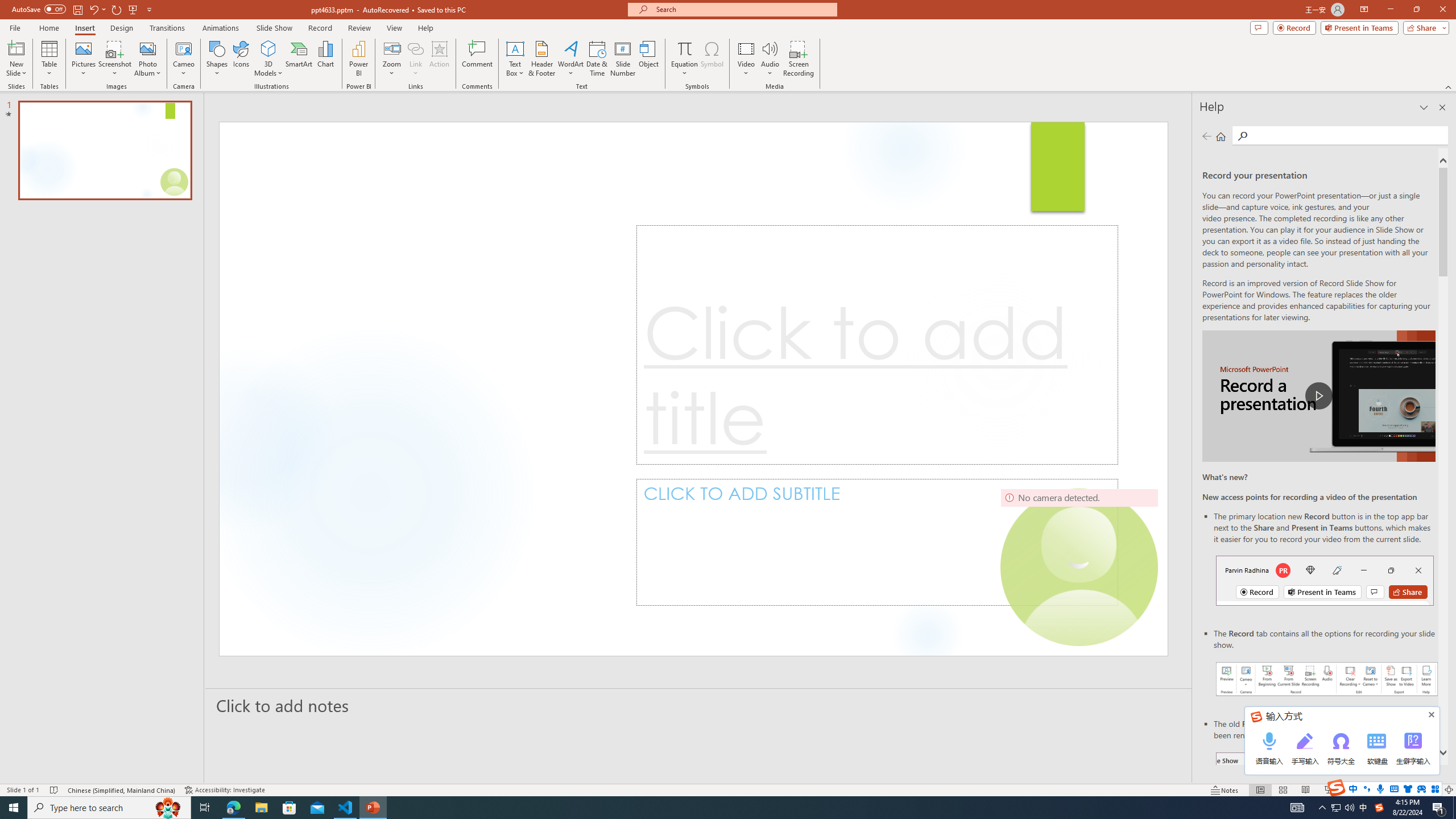 The height and width of the screenshot is (819, 1456). Describe the element at coordinates (415, 59) in the screenshot. I see `'Link'` at that location.